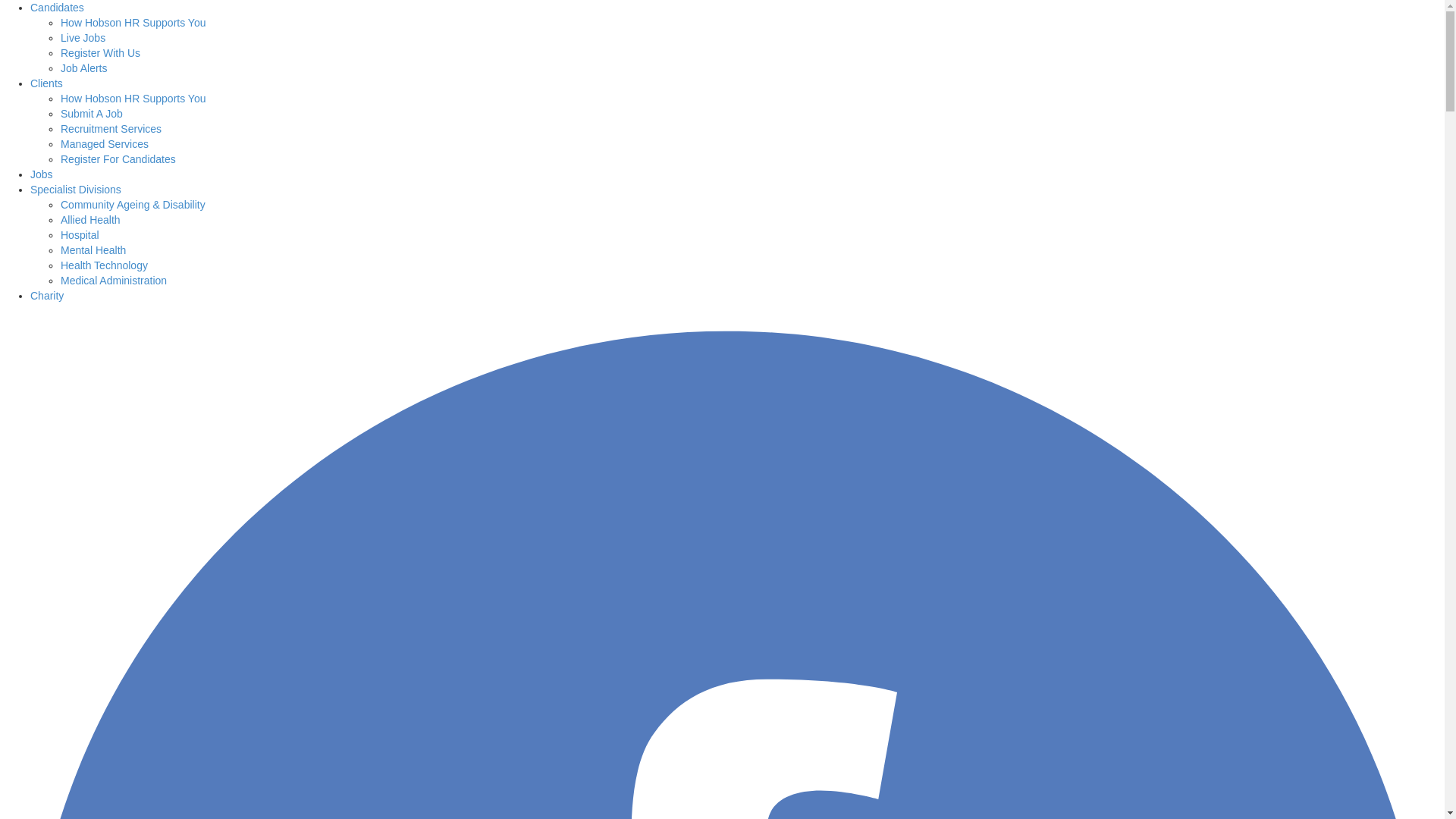 The height and width of the screenshot is (819, 1456). Describe the element at coordinates (61, 249) in the screenshot. I see `'Mental Health'` at that location.